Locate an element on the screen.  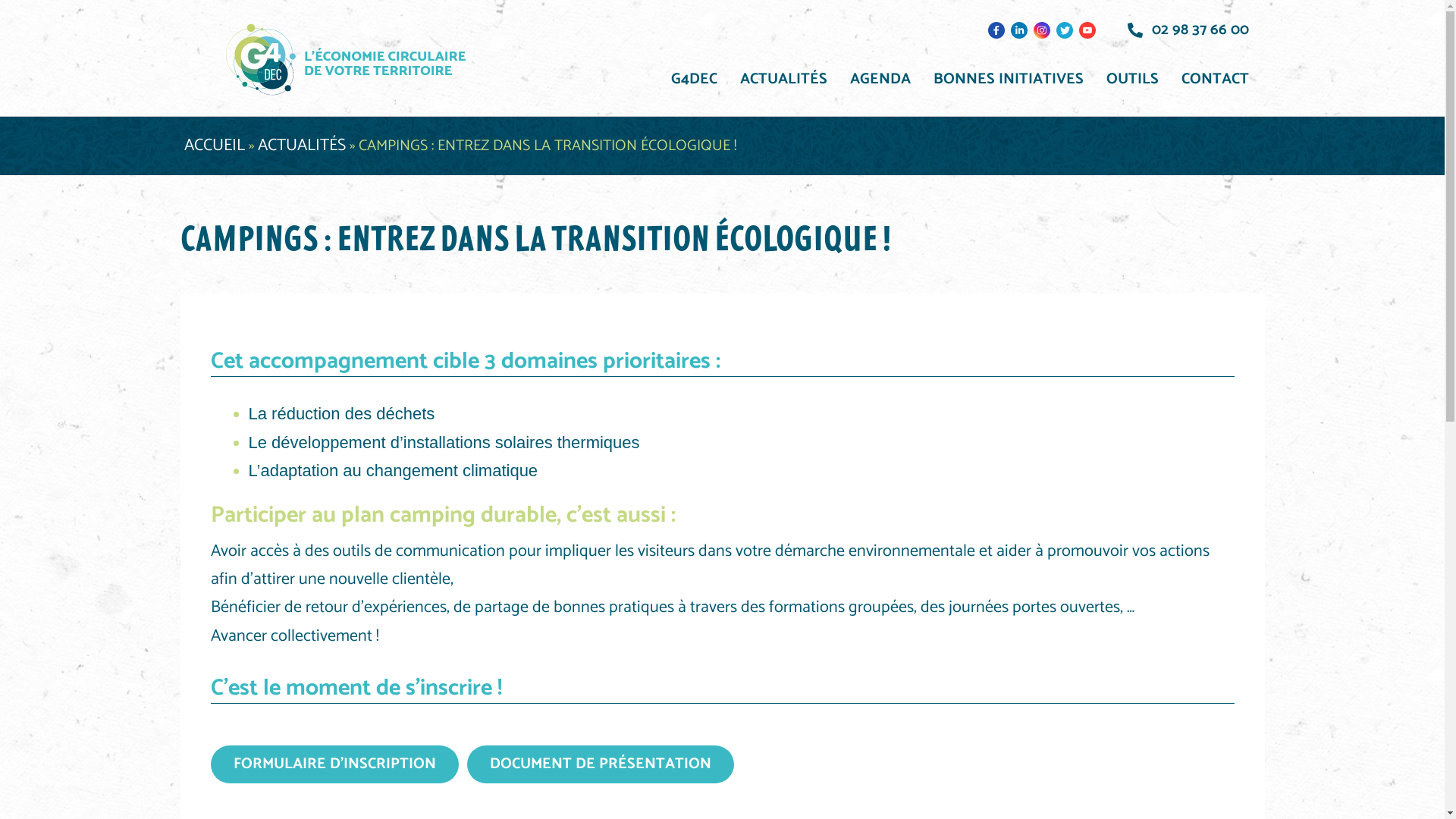
'BONNES INITIATIVES' is located at coordinates (1008, 79).